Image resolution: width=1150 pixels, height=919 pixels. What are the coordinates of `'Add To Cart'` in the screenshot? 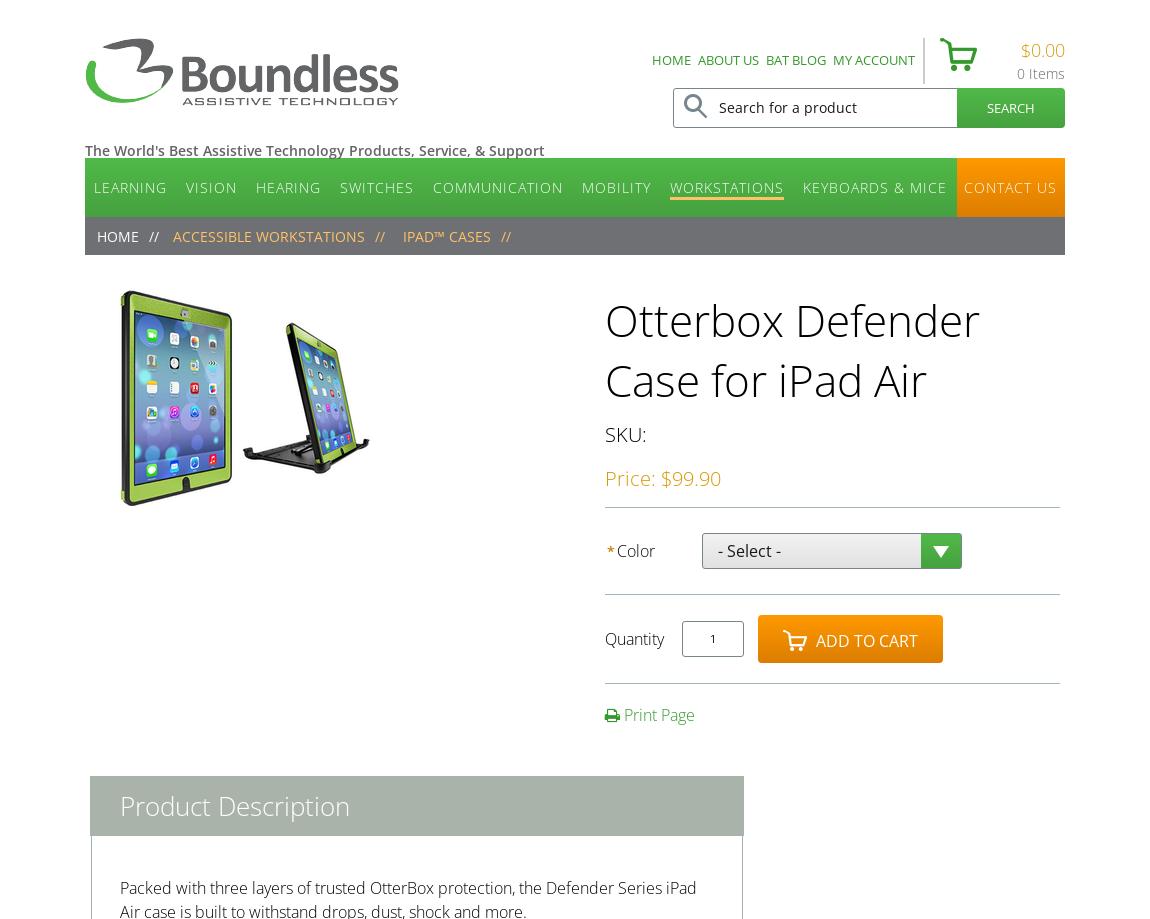 It's located at (865, 641).